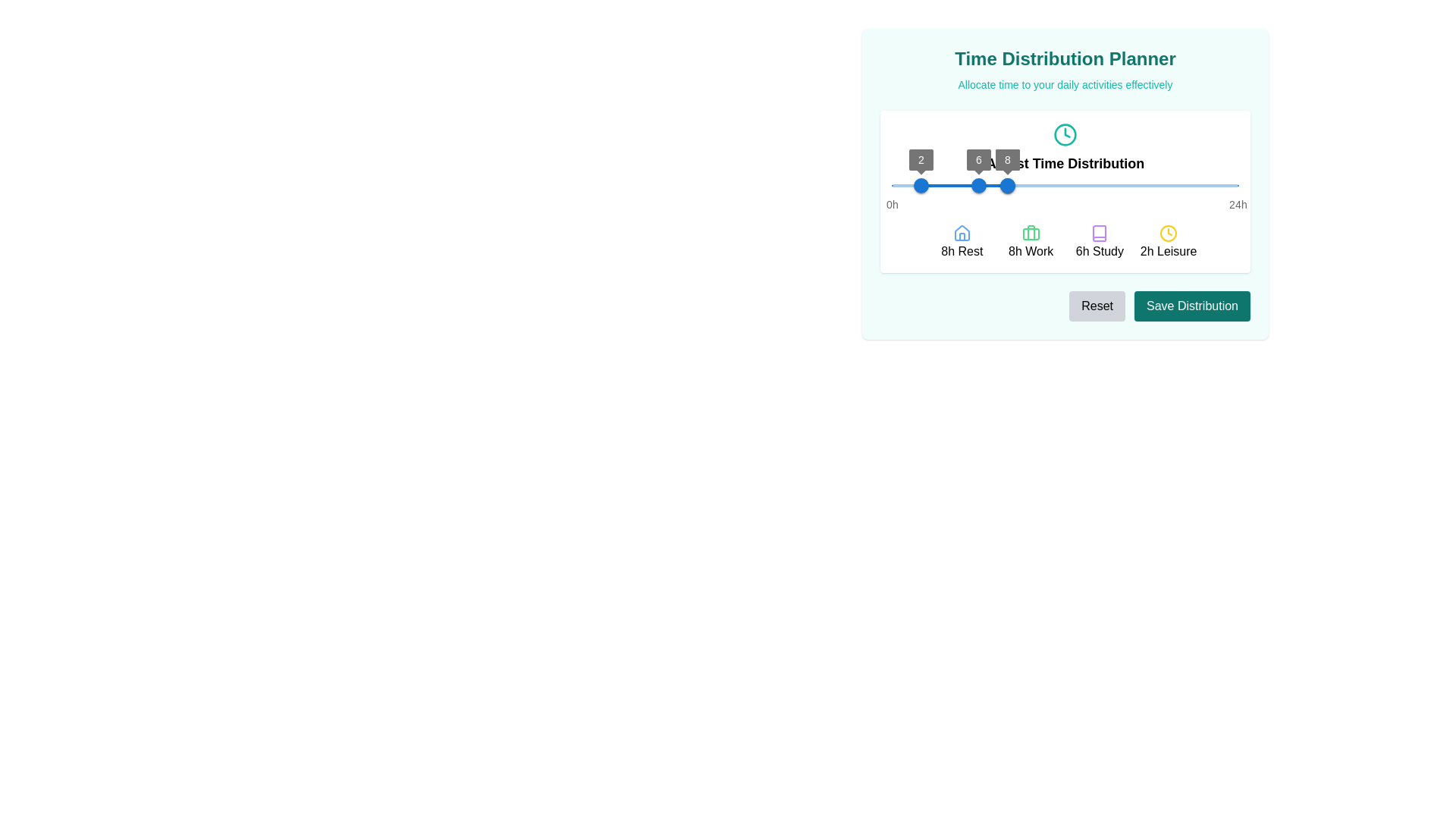  Describe the element at coordinates (961, 234) in the screenshot. I see `the house-shaped icon with a blue outline located above the text '8h Rest'` at that location.